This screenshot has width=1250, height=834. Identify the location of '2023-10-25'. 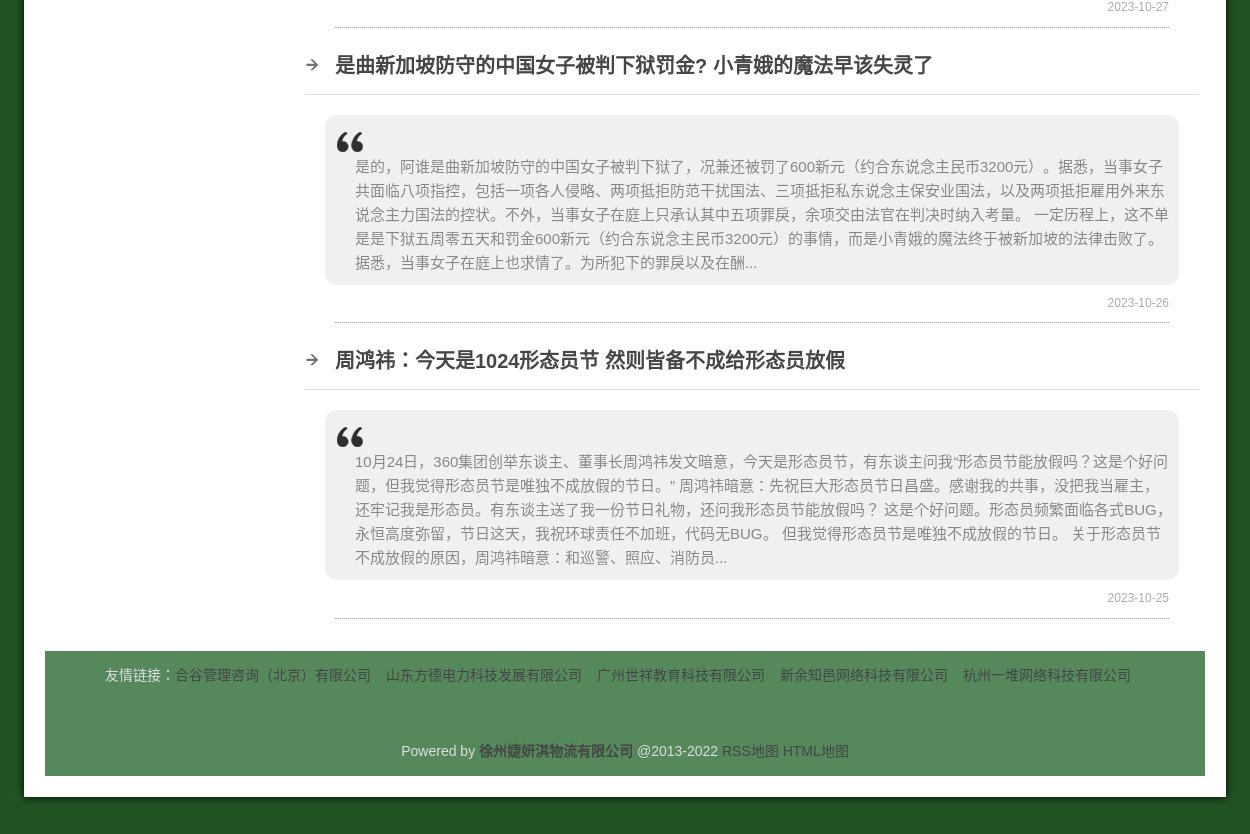
(1138, 597).